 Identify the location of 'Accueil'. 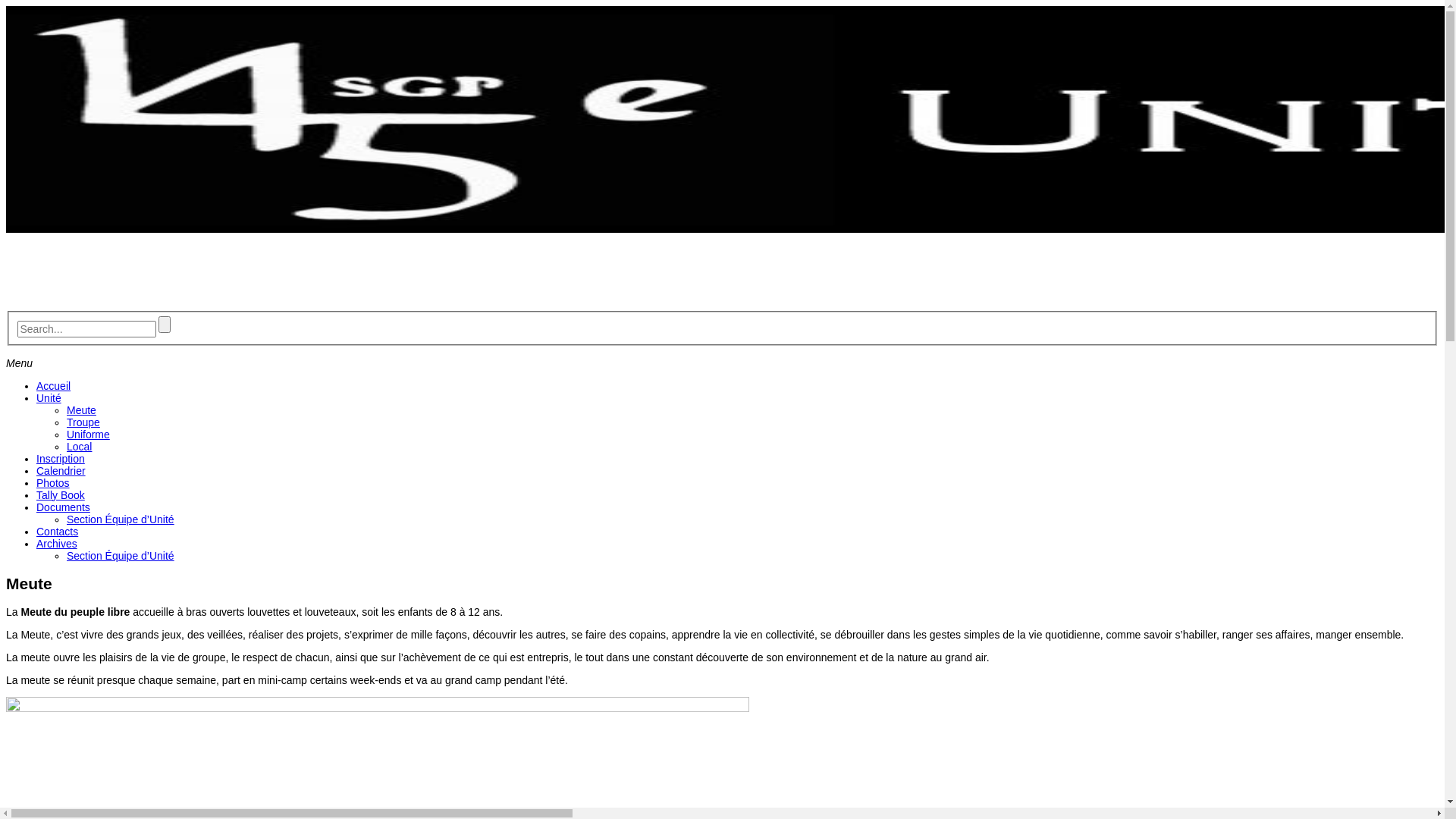
(53, 385).